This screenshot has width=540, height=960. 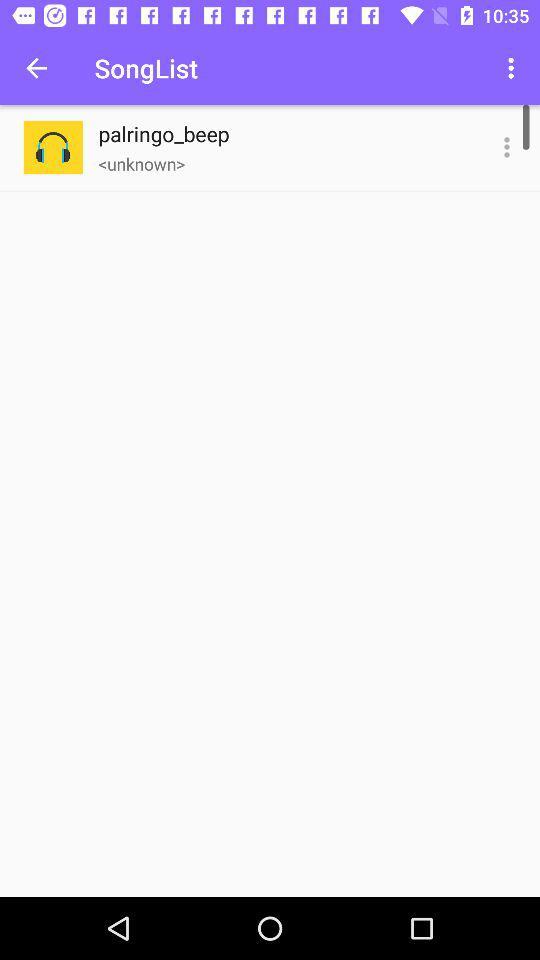 What do you see at coordinates (36, 68) in the screenshot?
I see `the item to the left of the songlist icon` at bounding box center [36, 68].